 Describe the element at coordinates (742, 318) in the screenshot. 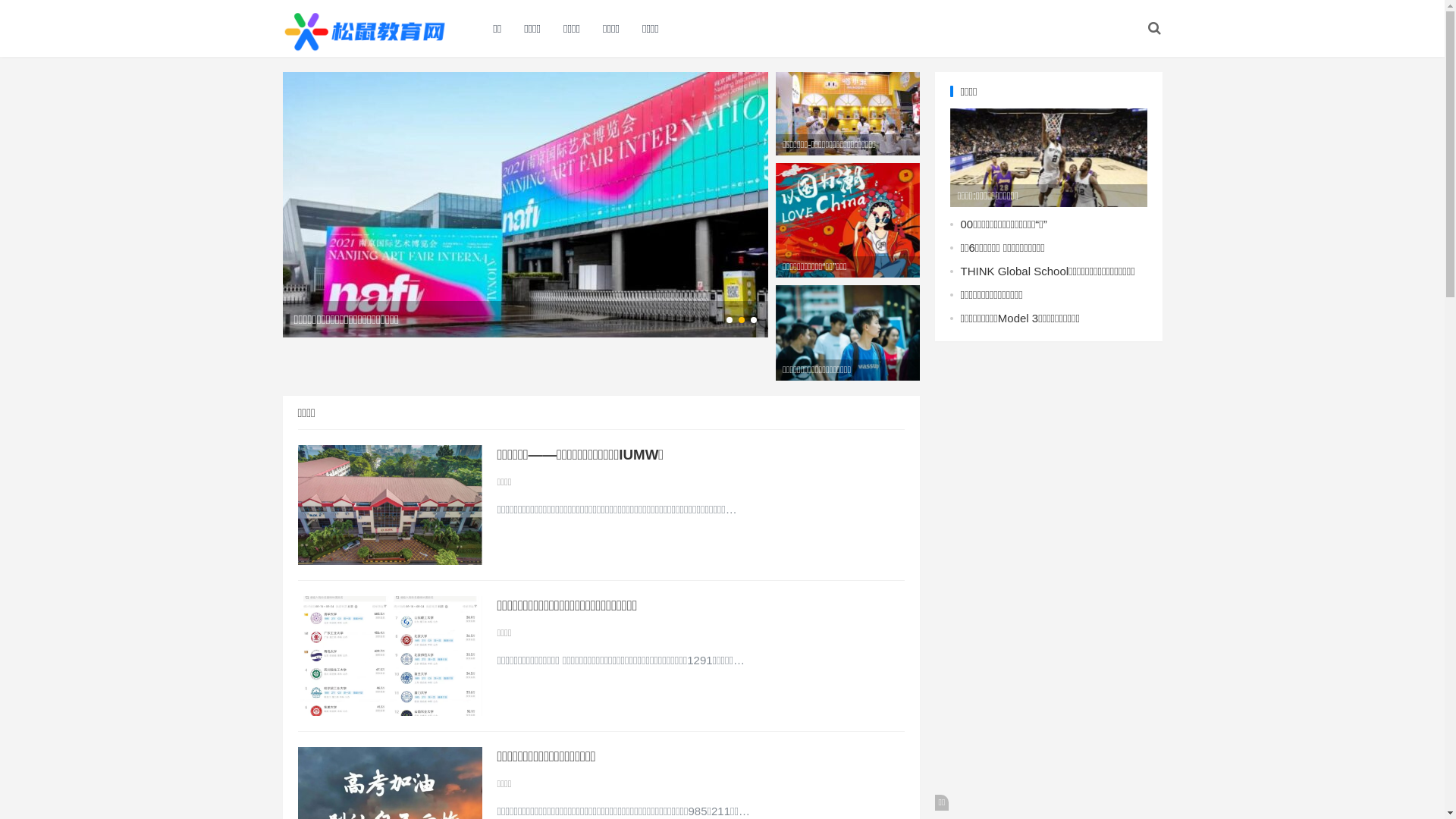

I see `'2'` at that location.